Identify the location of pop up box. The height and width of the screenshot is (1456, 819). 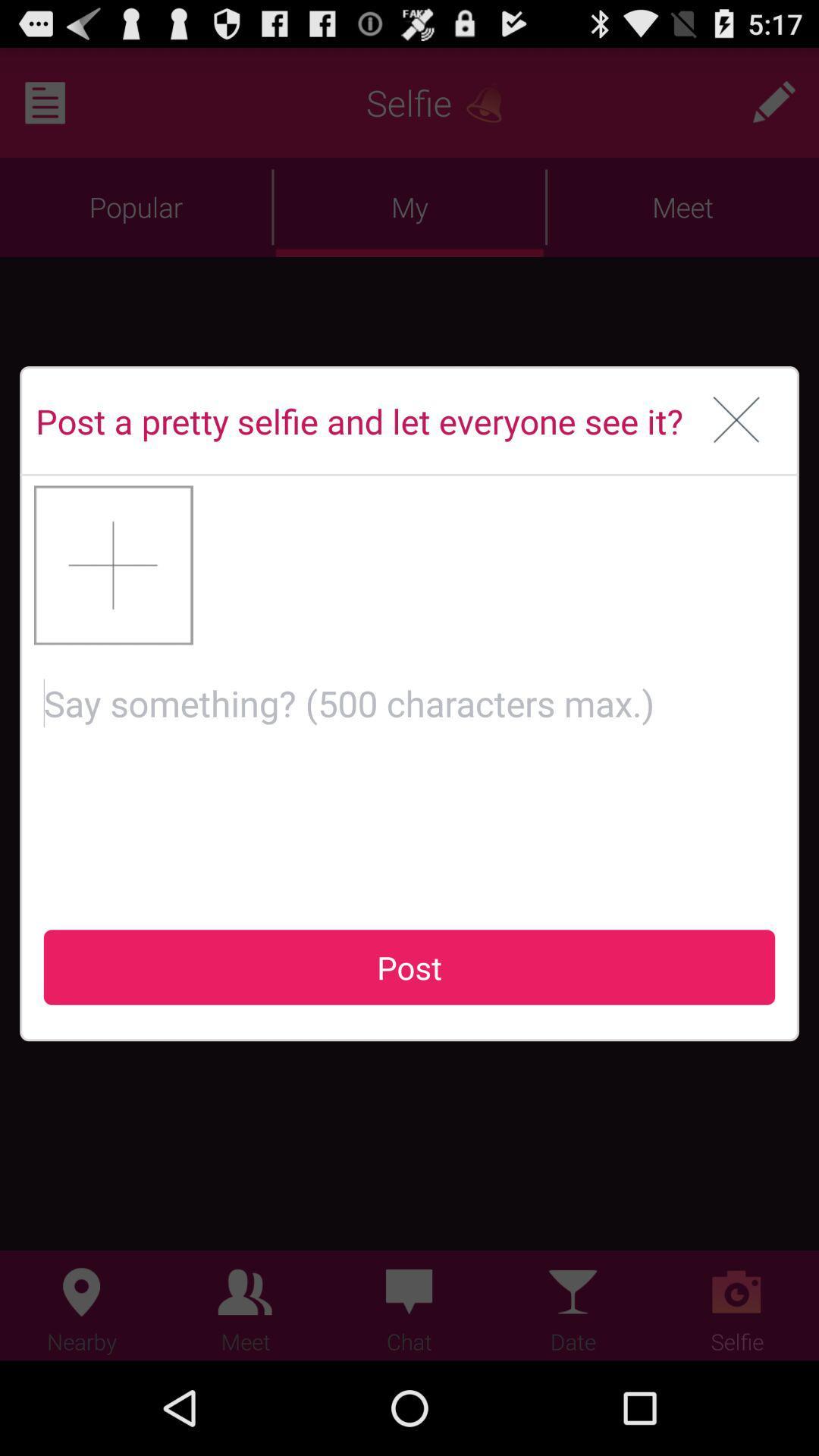
(736, 421).